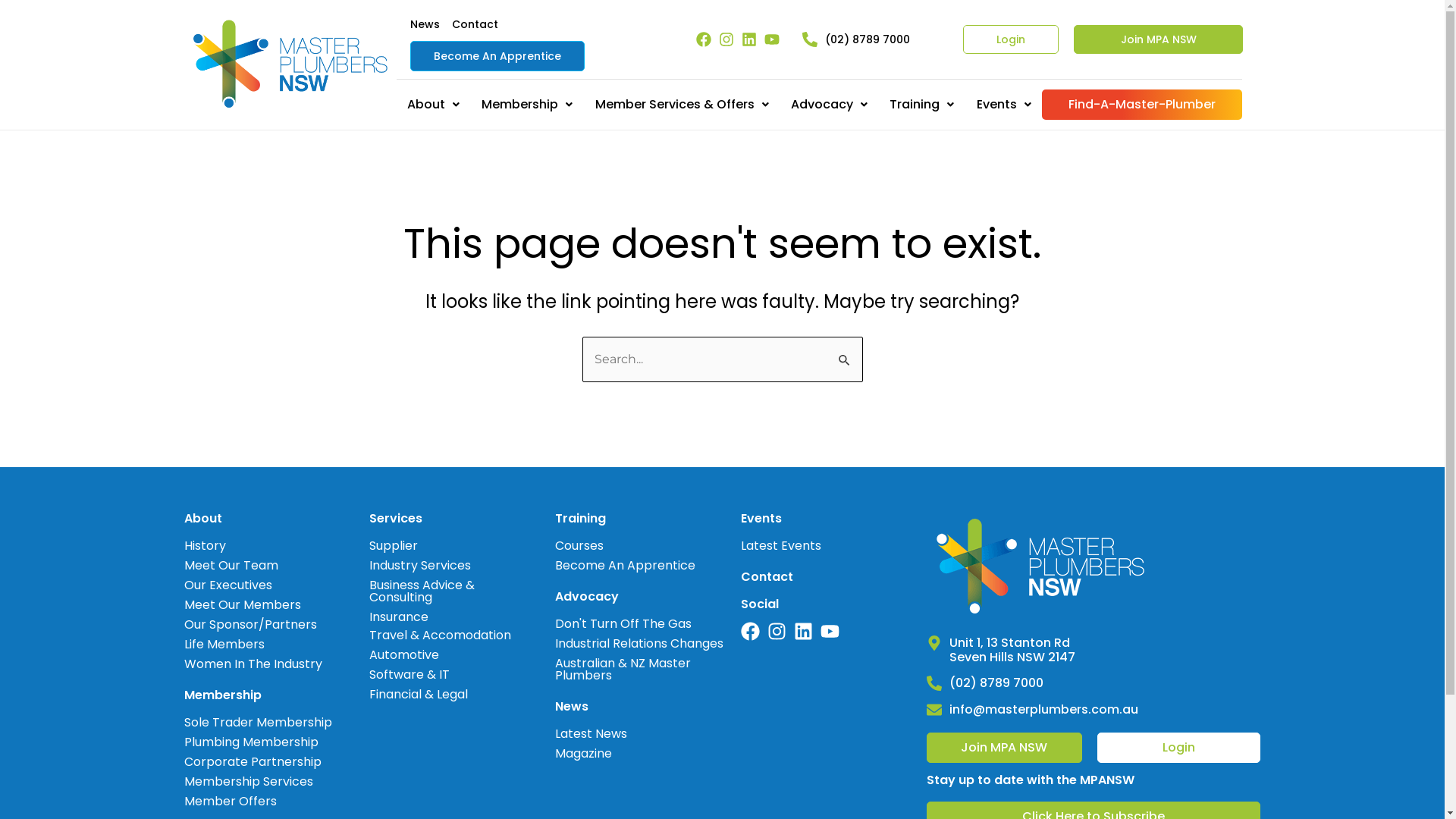 This screenshot has height=819, width=1456. Describe the element at coordinates (625, 546) in the screenshot. I see `'Courses'` at that location.